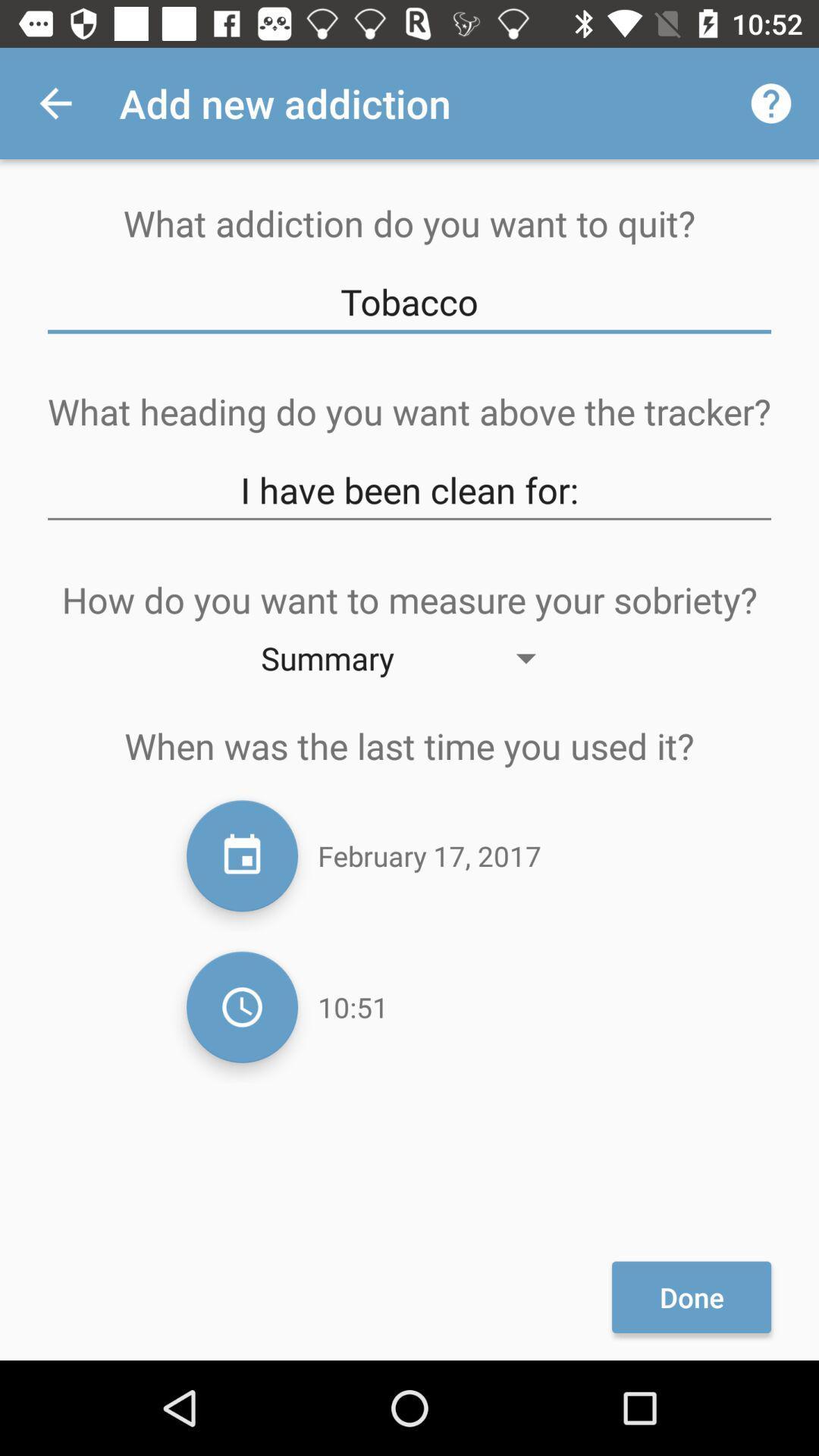  Describe the element at coordinates (692, 1296) in the screenshot. I see `the blue color button at bottom right corner of the page` at that location.